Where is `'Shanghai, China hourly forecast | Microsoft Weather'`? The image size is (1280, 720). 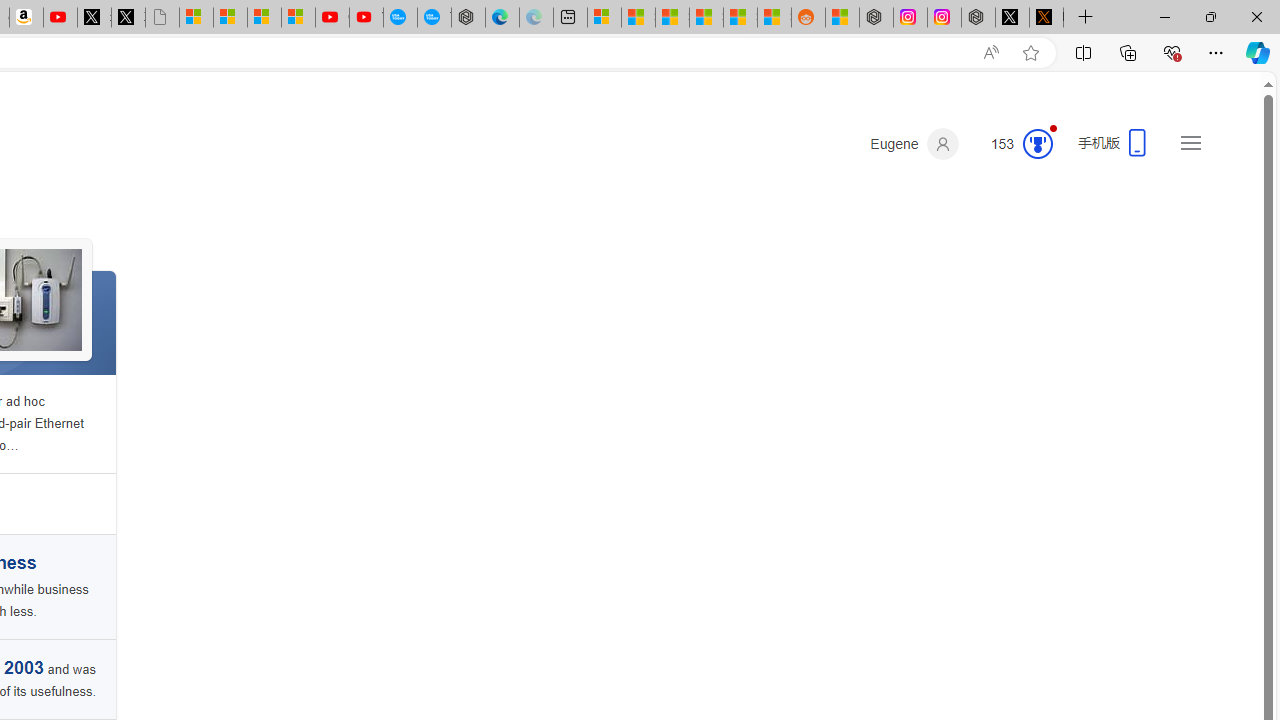
'Shanghai, China hourly forecast | Microsoft Weather' is located at coordinates (672, 17).